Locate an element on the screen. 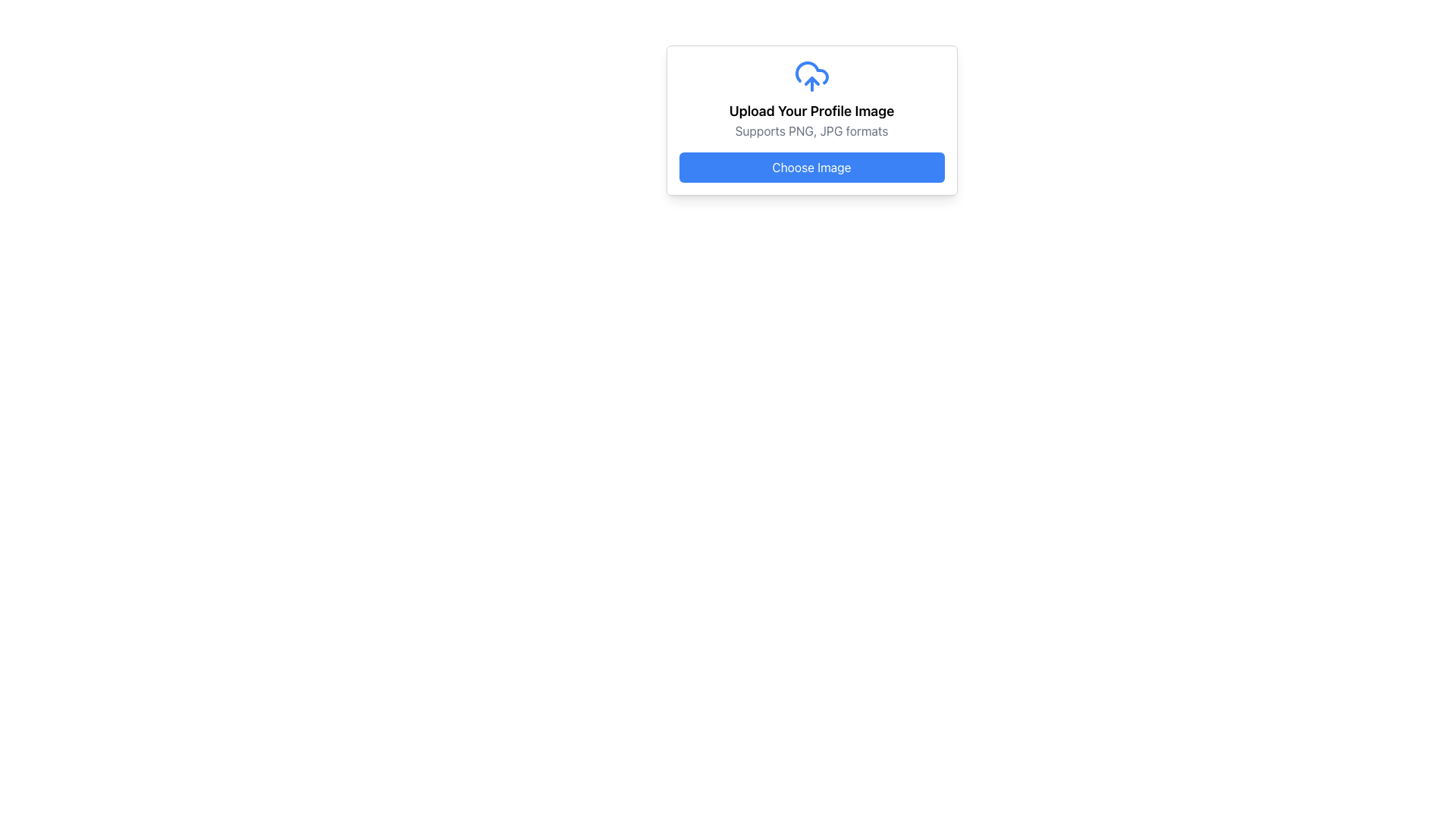 This screenshot has width=1456, height=819. the blue cloud-shaped icon with an upward-pointing arrow, which signifies upload functionality, located at the top of the card labeled 'Upload Your Profile Image' is located at coordinates (811, 76).